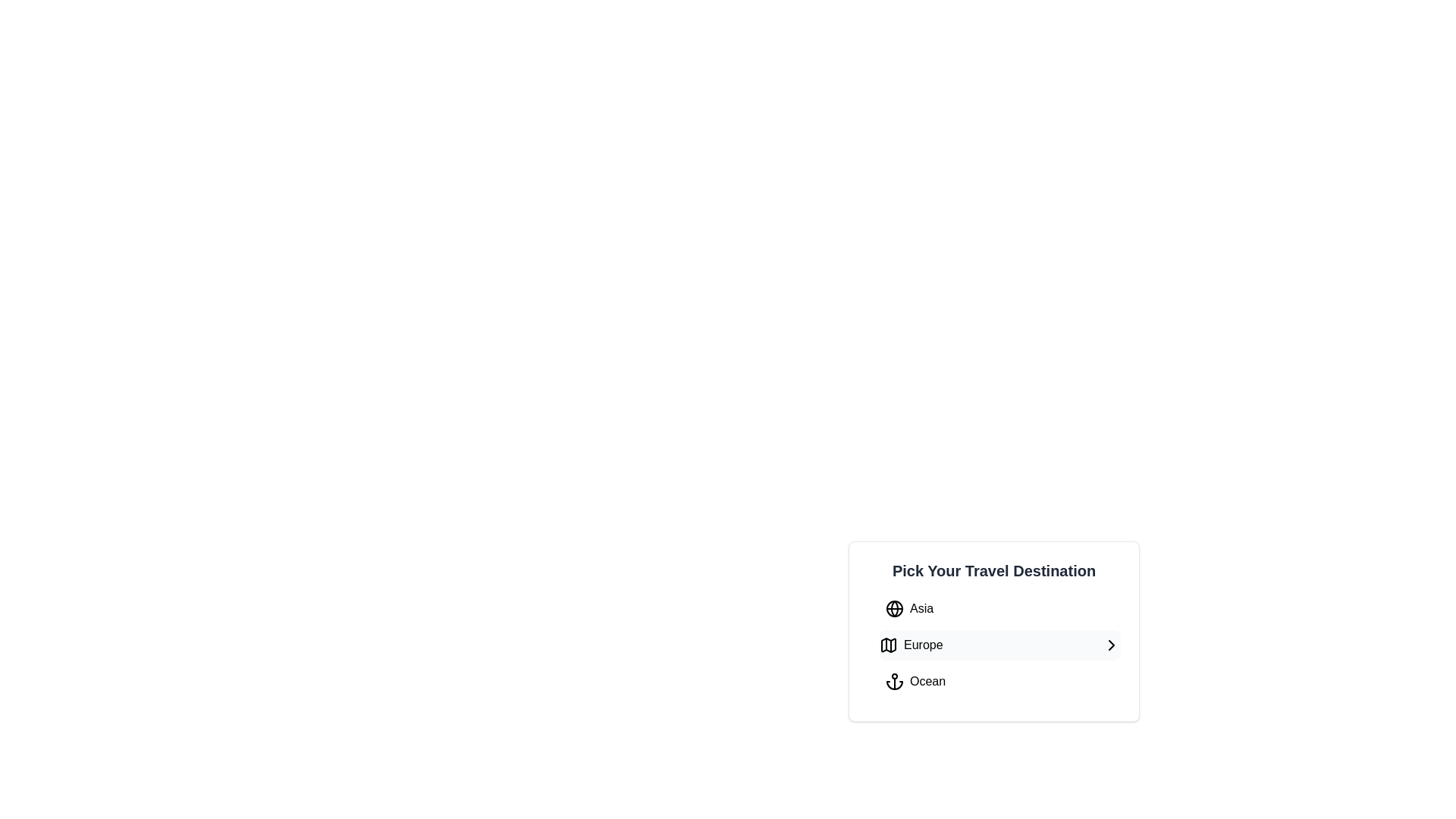 Image resolution: width=1456 pixels, height=819 pixels. I want to click on the 'Europe' list item in the selection menu, so click(1000, 645).